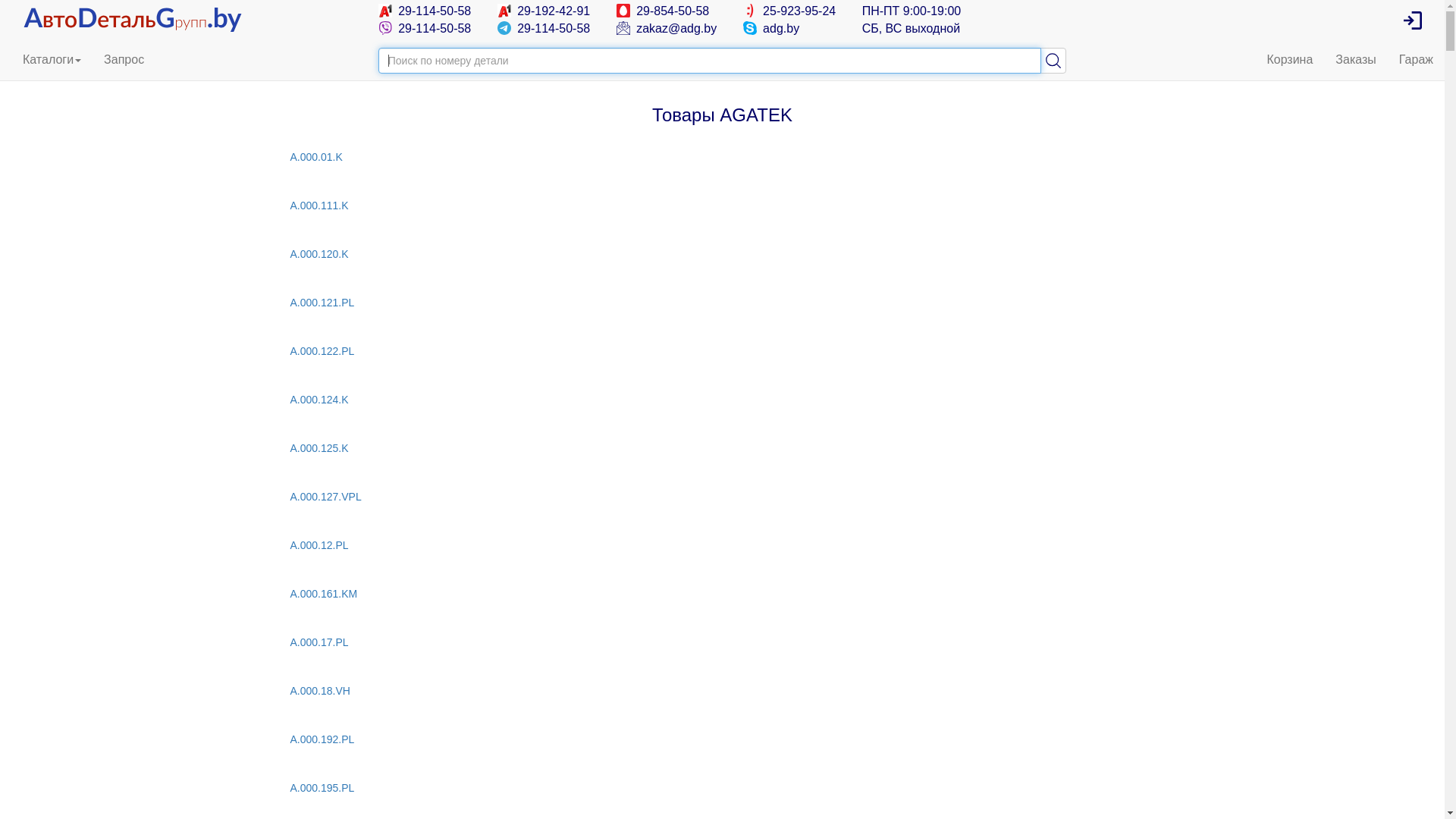 The width and height of the screenshot is (1456, 819). I want to click on 'A.000.195.PL', so click(720, 786).